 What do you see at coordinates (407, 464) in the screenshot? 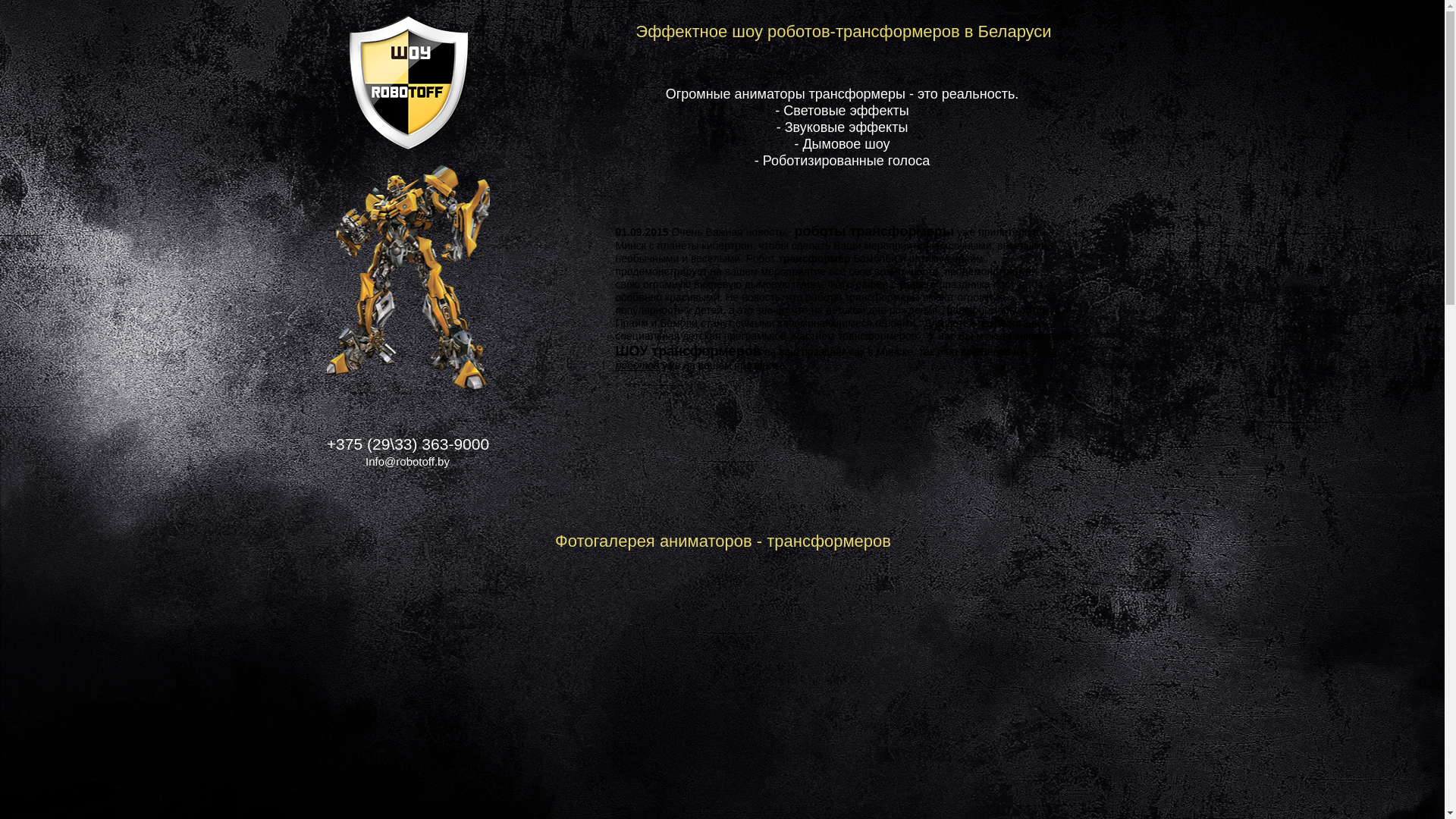
I see `'Info@robotoff.by'` at bounding box center [407, 464].